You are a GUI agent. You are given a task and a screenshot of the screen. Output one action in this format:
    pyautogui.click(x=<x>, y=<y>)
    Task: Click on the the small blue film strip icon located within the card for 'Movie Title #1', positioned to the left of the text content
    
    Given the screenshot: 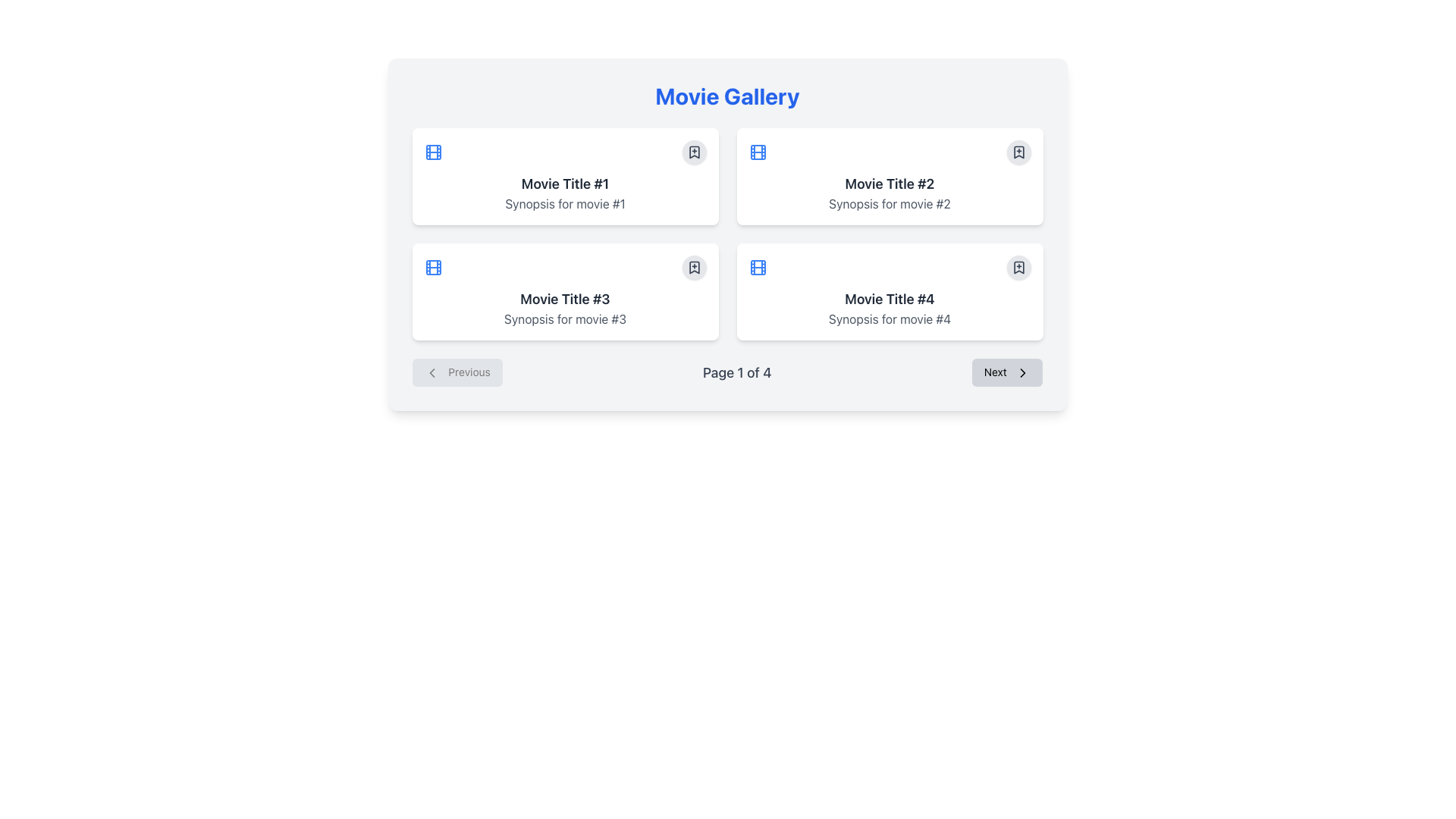 What is the action you would take?
    pyautogui.click(x=432, y=152)
    